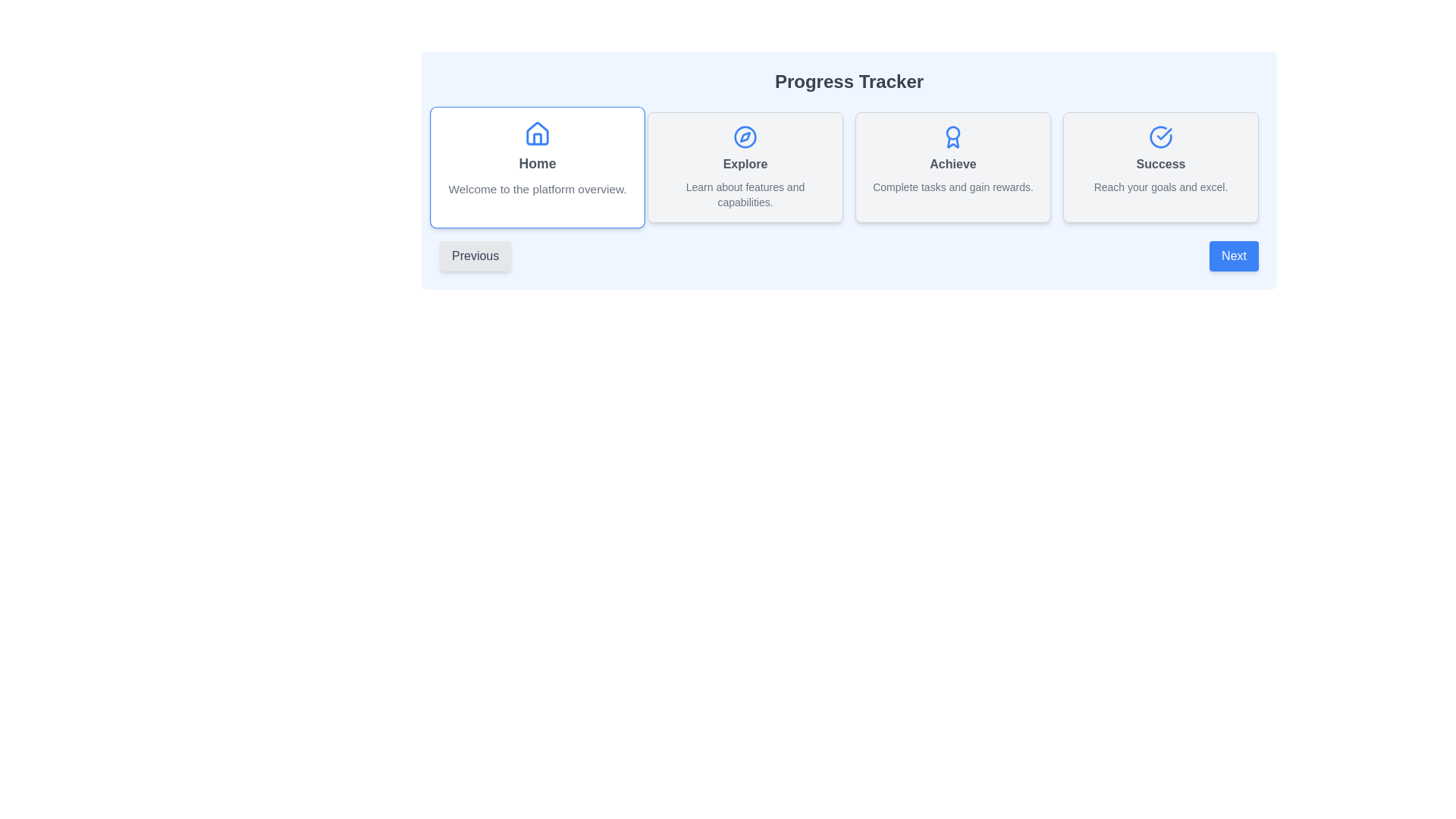  What do you see at coordinates (952, 137) in the screenshot?
I see `the presence of the achievement icon located in the 'Achieve' card by clicking on it, which serves as a visual indicator of completing tasks for rewards` at bounding box center [952, 137].